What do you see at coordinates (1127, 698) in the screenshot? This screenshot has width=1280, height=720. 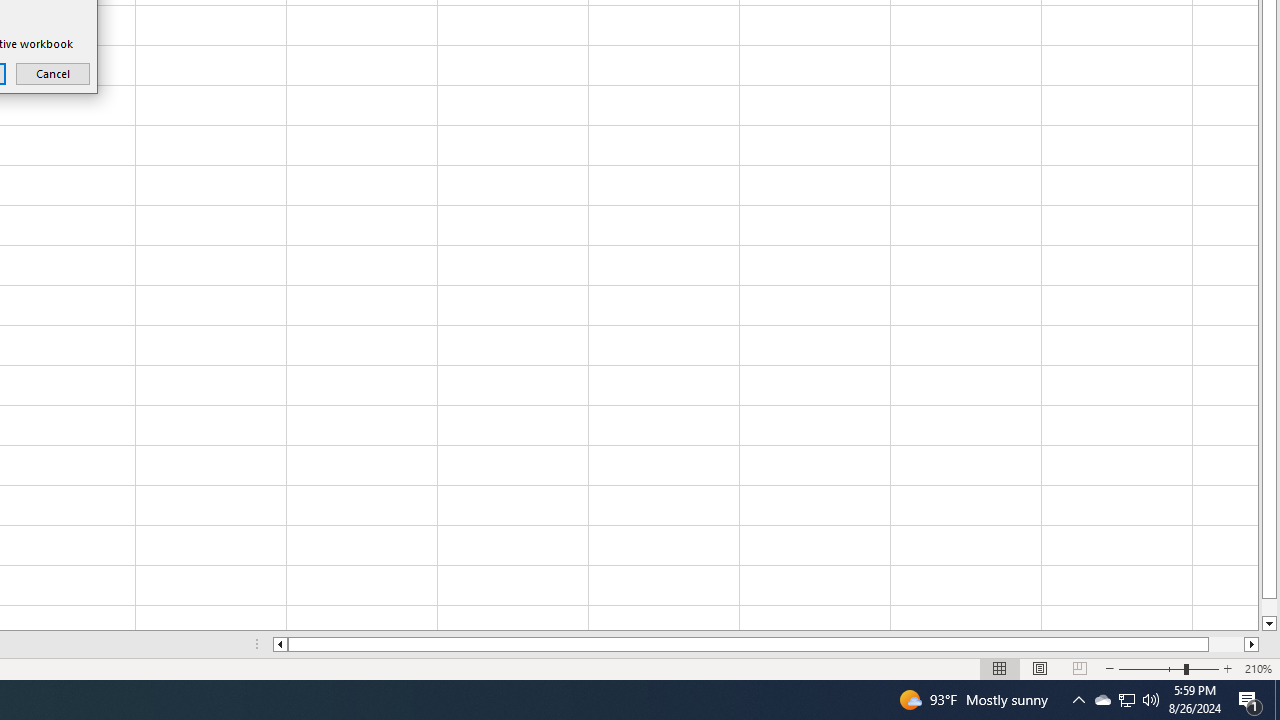 I see `'User Promoted Notification Area'` at bounding box center [1127, 698].